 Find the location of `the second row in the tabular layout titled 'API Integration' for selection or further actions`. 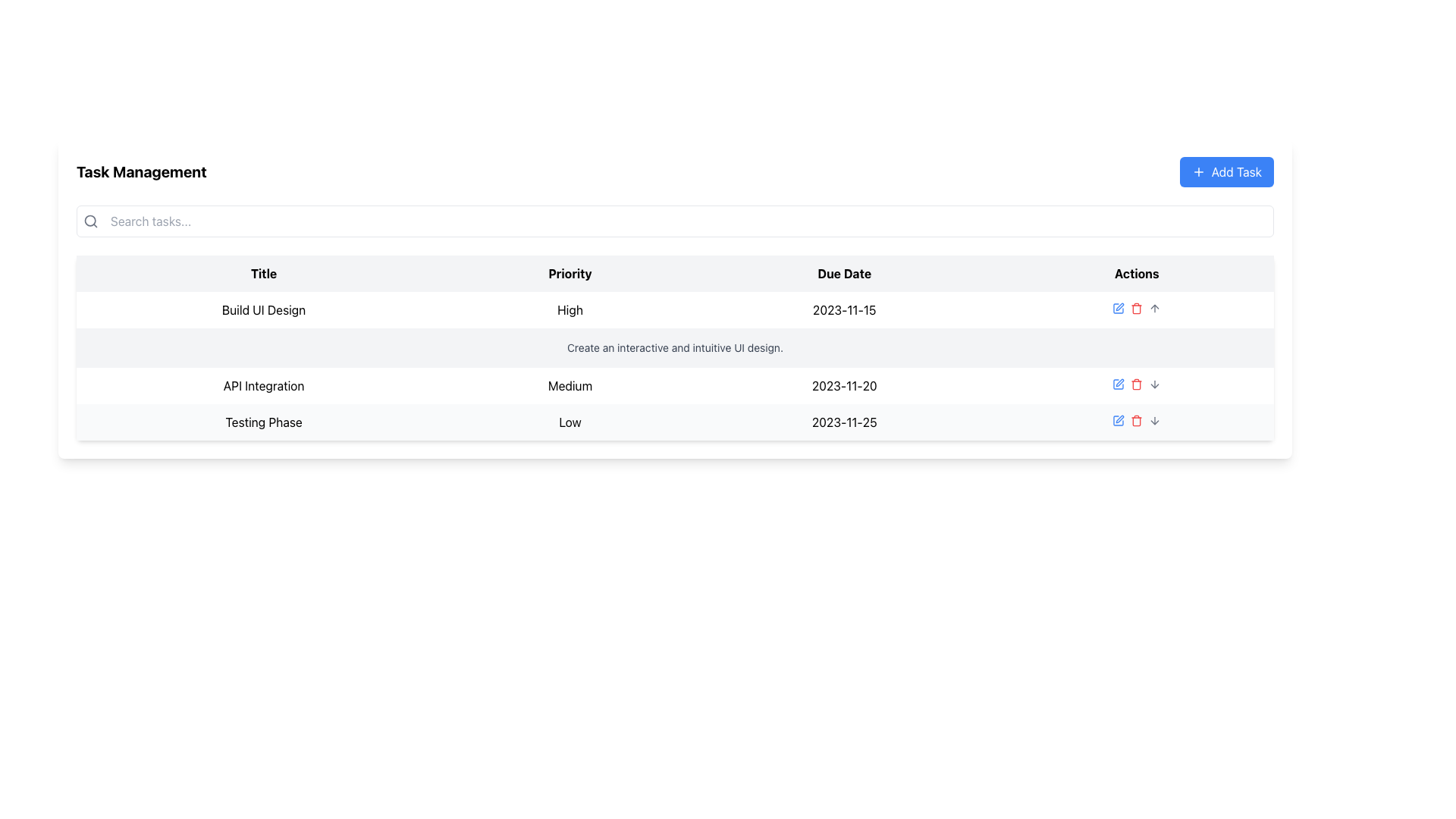

the second row in the tabular layout titled 'API Integration' for selection or further actions is located at coordinates (674, 385).